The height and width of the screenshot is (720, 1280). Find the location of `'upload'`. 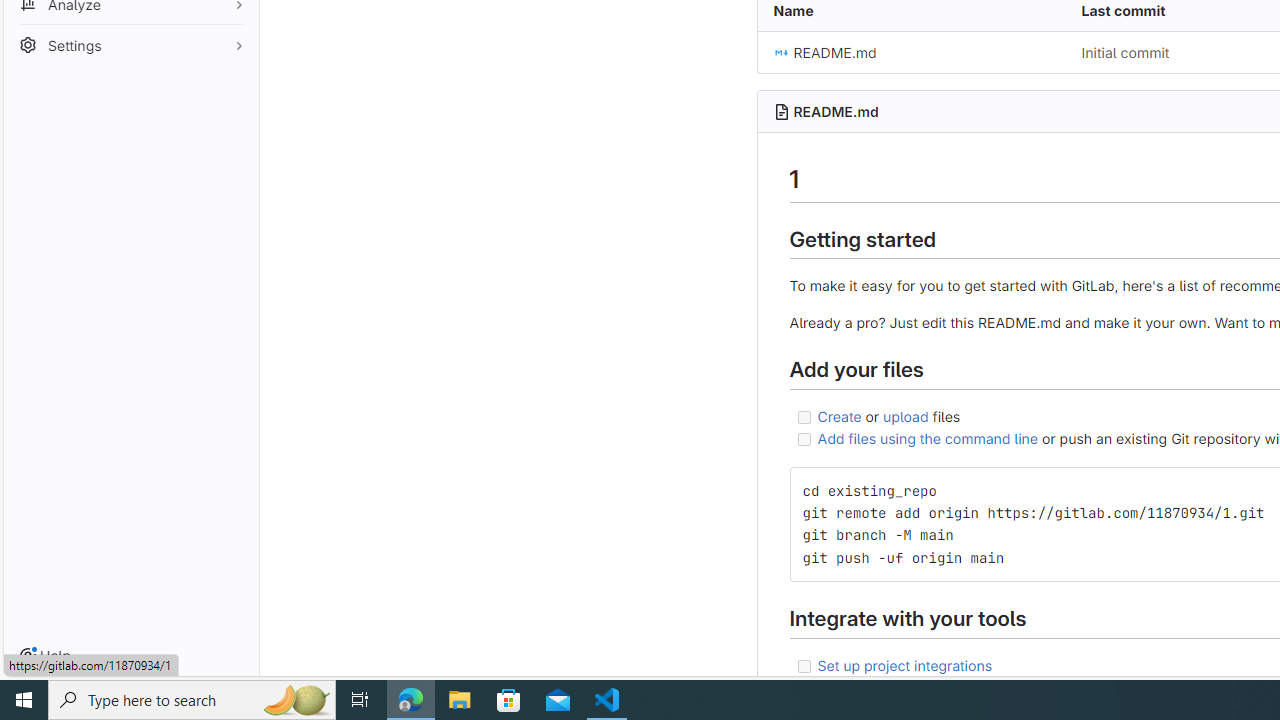

'upload' is located at coordinates (905, 414).